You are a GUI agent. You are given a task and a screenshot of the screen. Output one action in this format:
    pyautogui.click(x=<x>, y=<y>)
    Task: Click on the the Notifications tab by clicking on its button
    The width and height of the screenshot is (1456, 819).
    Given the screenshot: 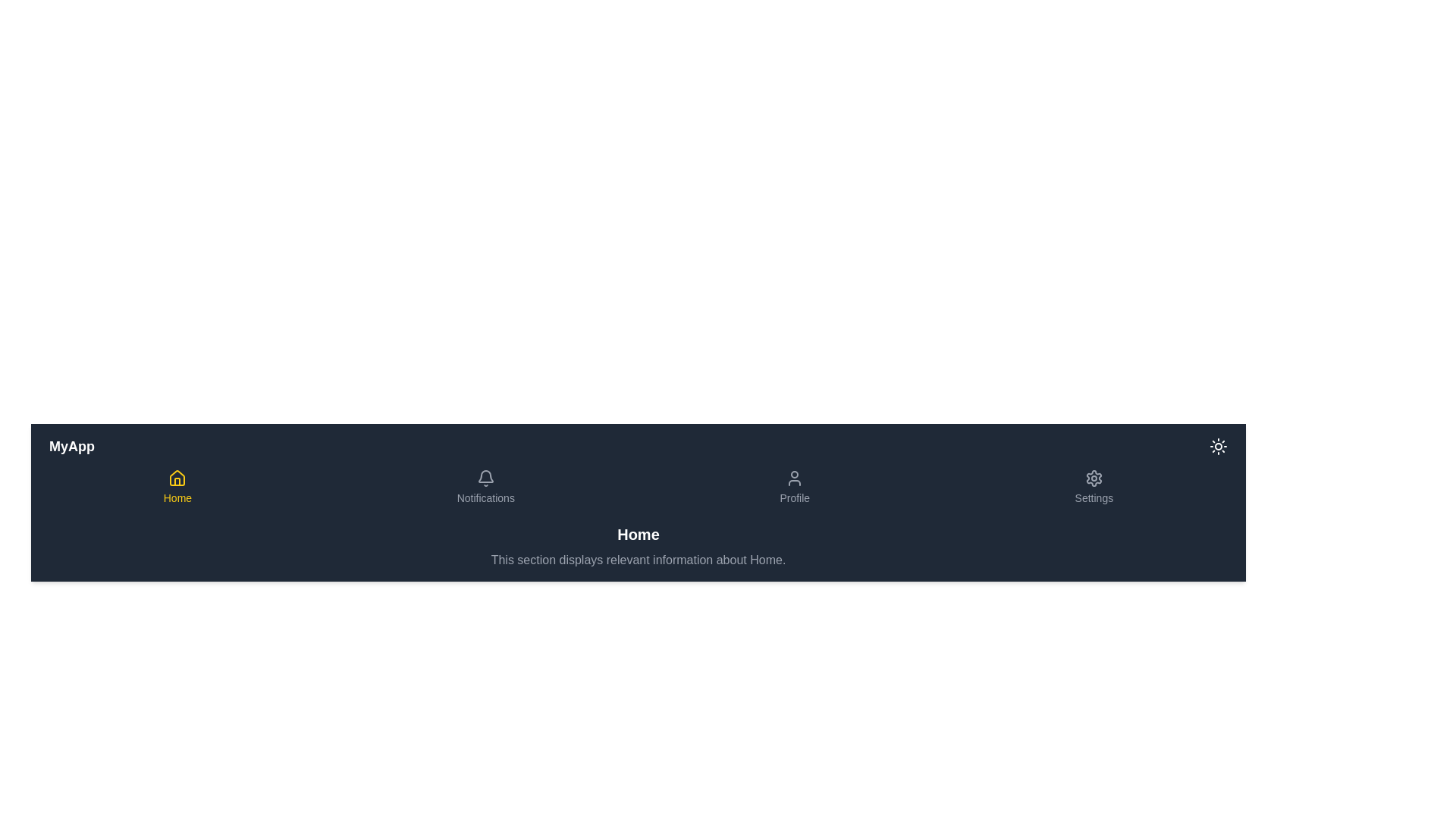 What is the action you would take?
    pyautogui.click(x=484, y=488)
    